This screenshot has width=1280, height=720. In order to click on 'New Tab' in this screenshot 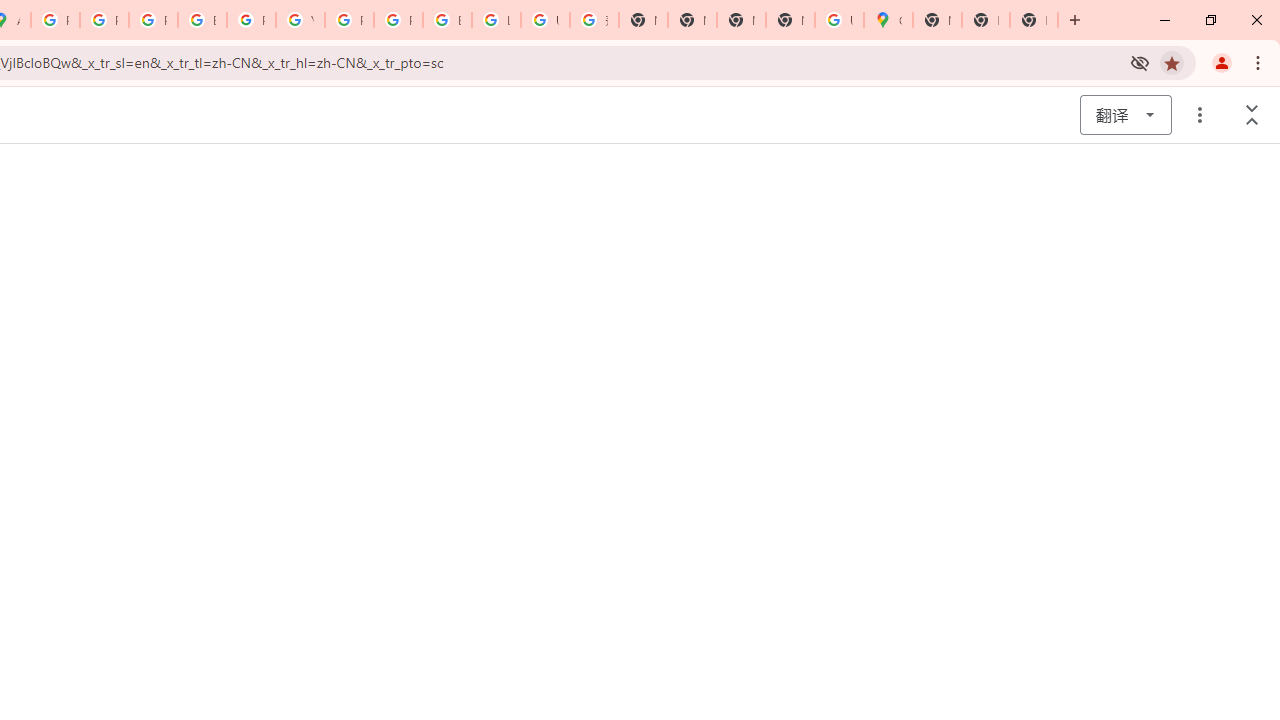, I will do `click(986, 20)`.